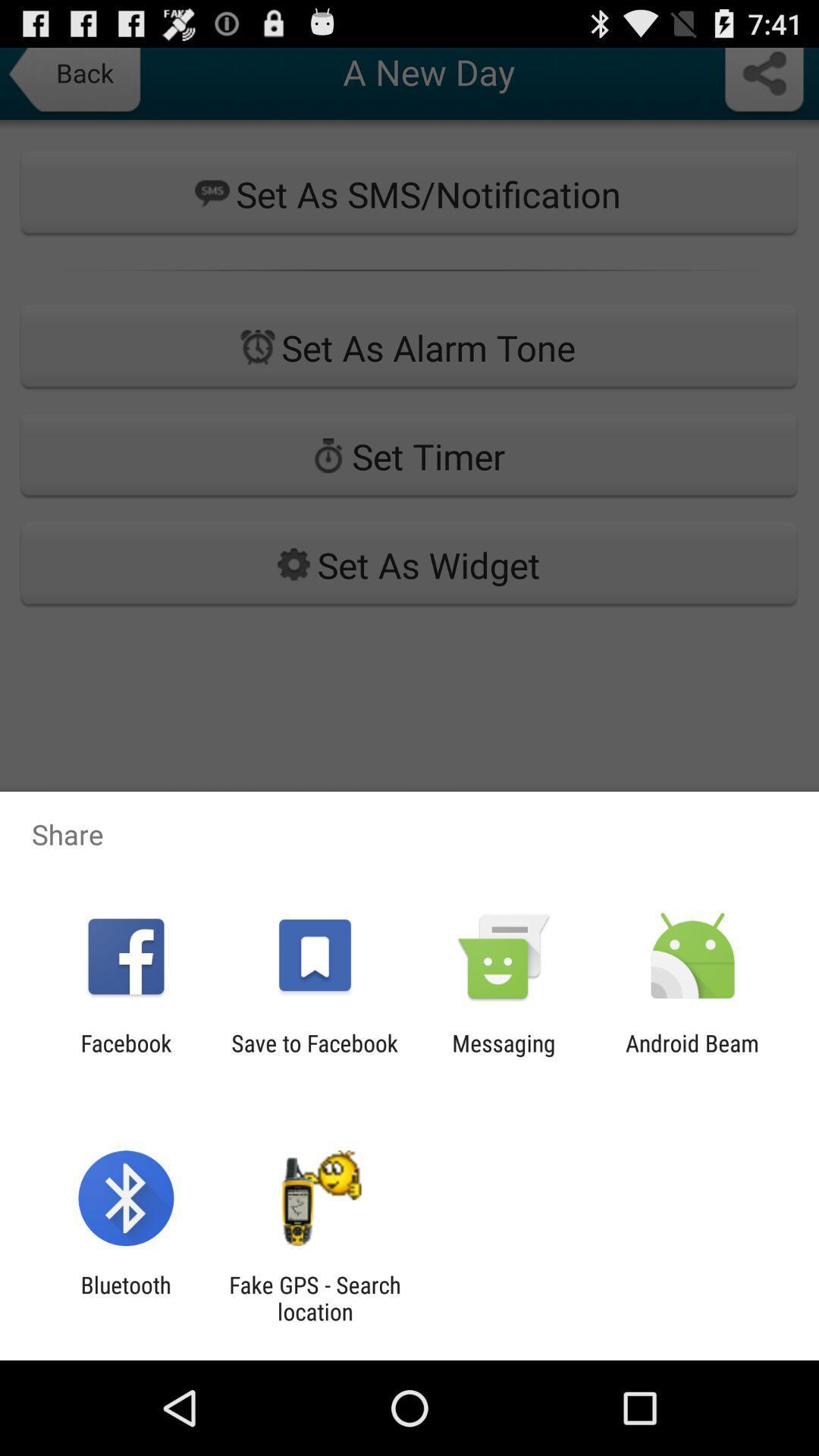 This screenshot has height=1456, width=819. Describe the element at coordinates (125, 1298) in the screenshot. I see `the app to the left of fake gps search app` at that location.